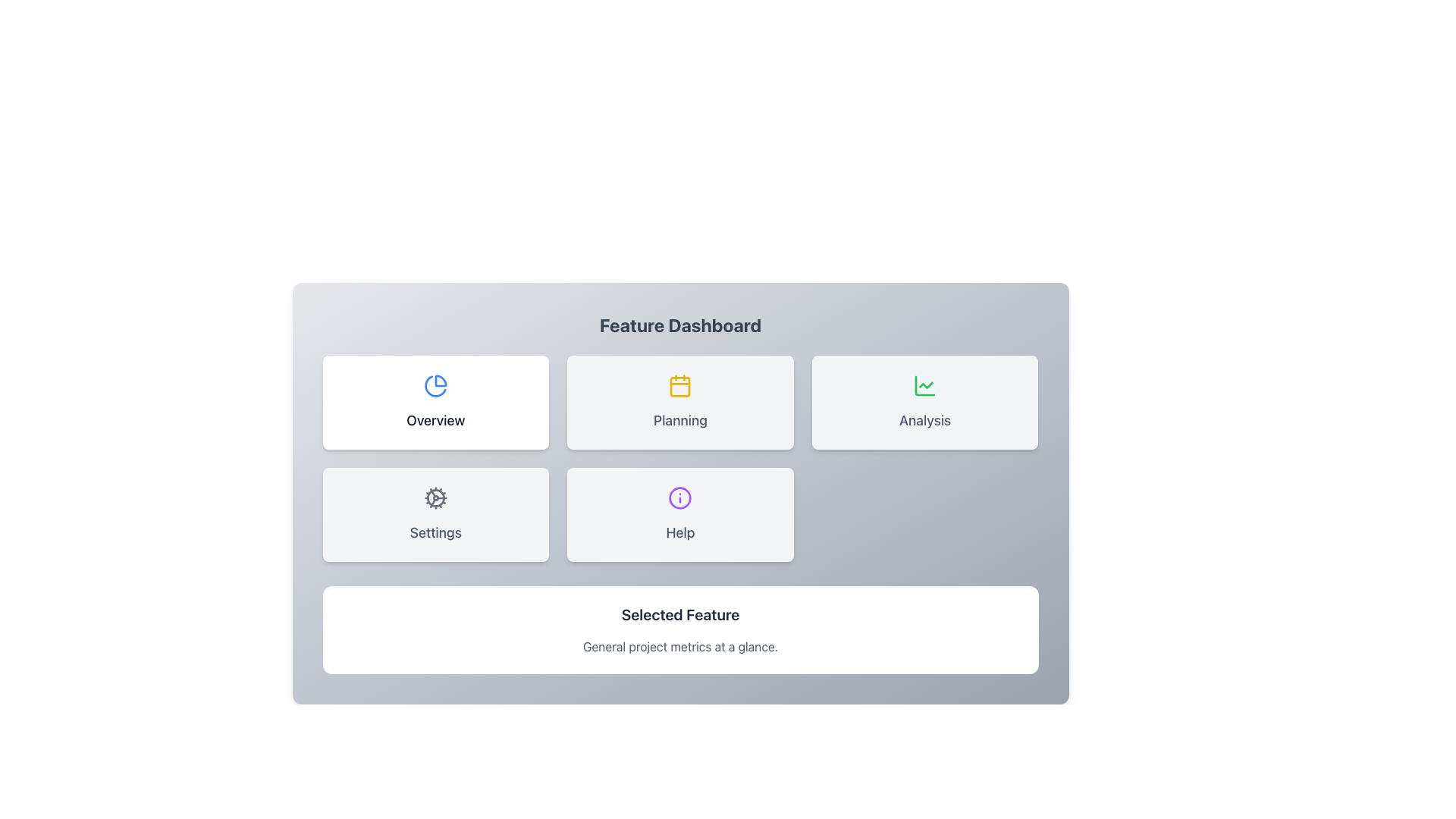 Image resolution: width=1456 pixels, height=819 pixels. Describe the element at coordinates (435, 385) in the screenshot. I see `the 'Overview' icon located at the center-top part of the 'Overview' card in the top-left section of the dashboard interface` at that location.